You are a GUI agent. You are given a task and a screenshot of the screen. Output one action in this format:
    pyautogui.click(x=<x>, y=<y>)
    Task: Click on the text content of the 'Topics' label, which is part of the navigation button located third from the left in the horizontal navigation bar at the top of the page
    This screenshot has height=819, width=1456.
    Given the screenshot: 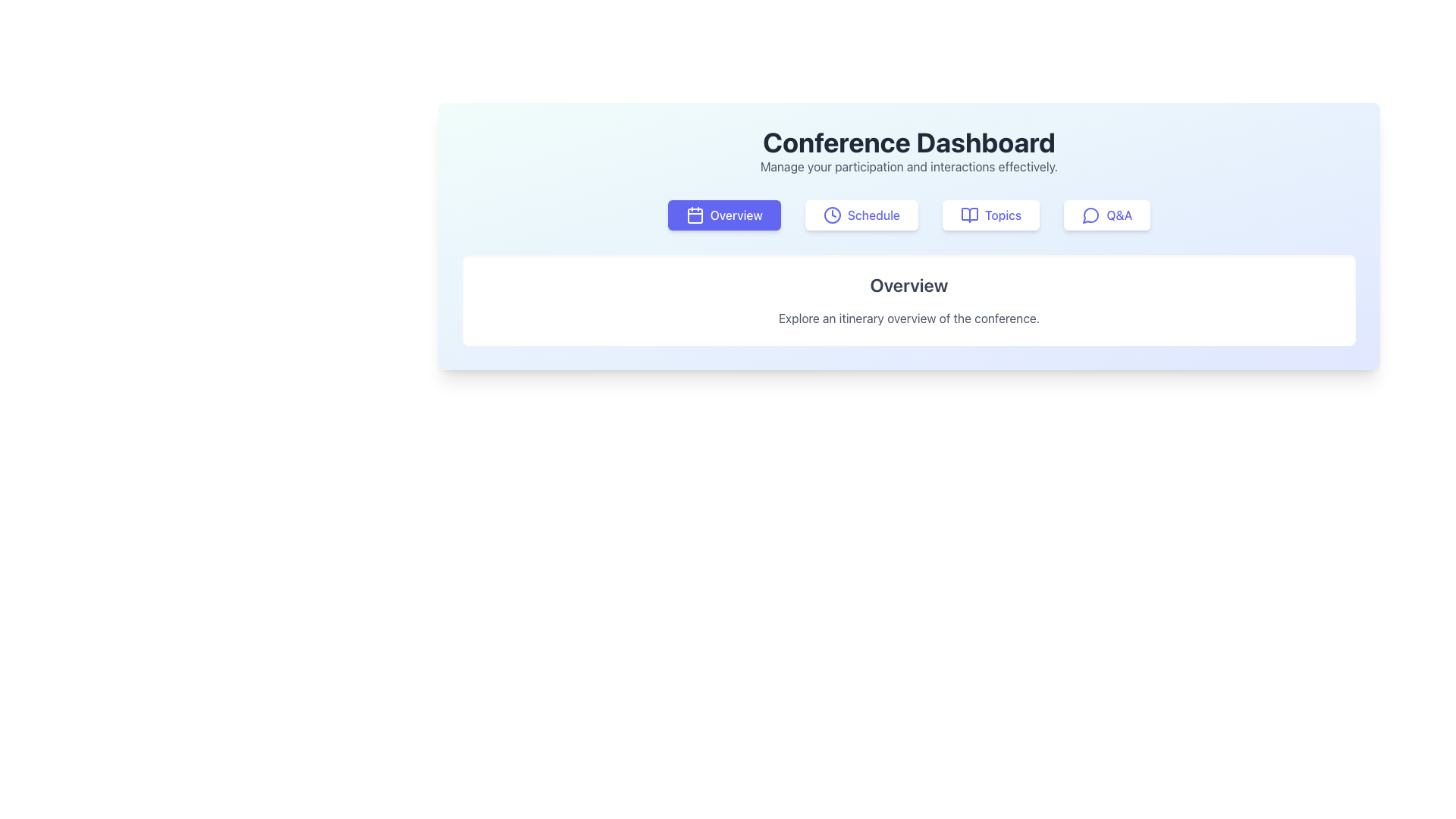 What is the action you would take?
    pyautogui.click(x=1003, y=215)
    